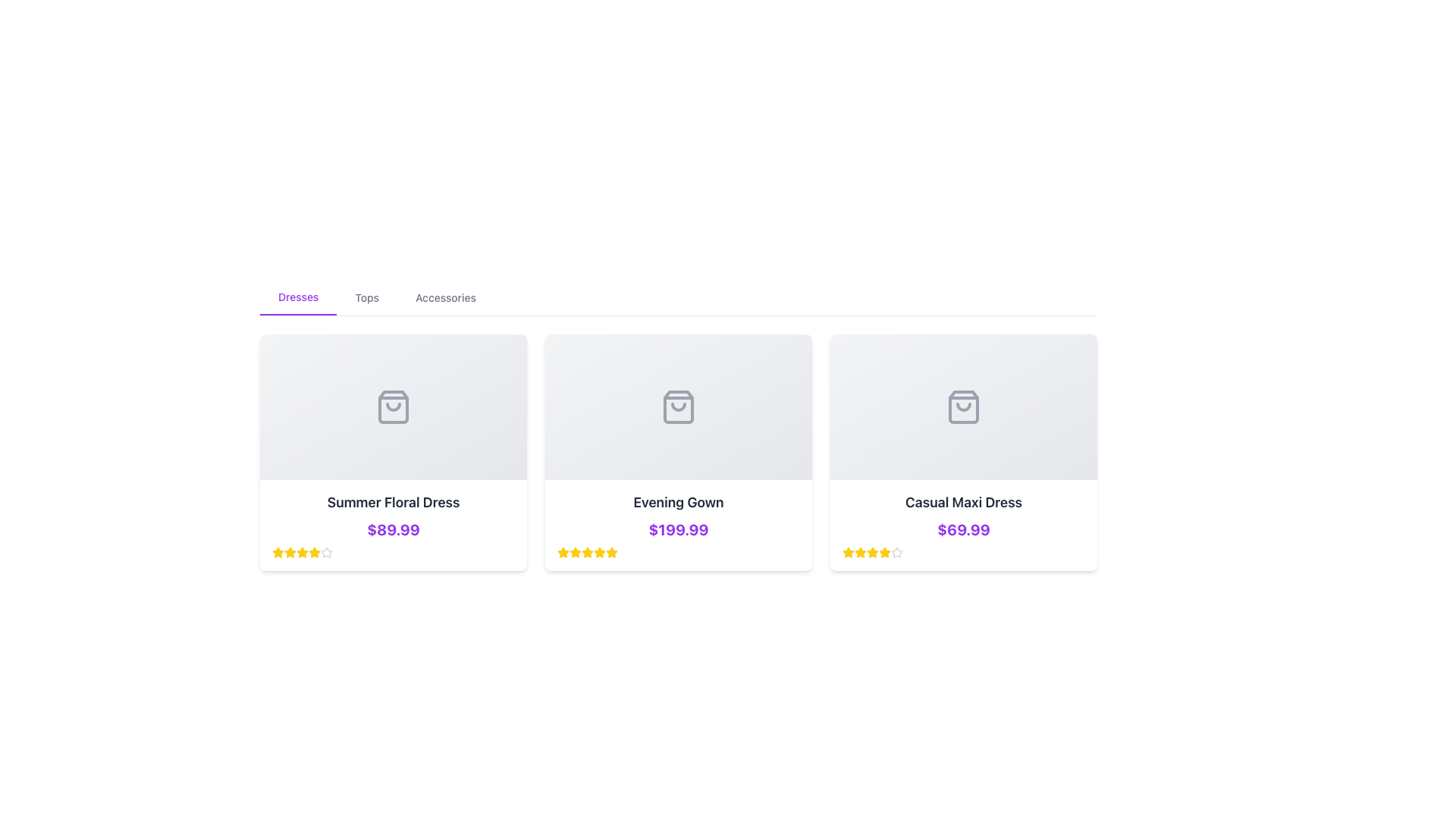 This screenshot has height=819, width=1456. Describe the element at coordinates (677, 525) in the screenshot. I see `the Information panel displaying details about the 'Evening Gown', which is positioned as the second item in a group of three product displays` at that location.